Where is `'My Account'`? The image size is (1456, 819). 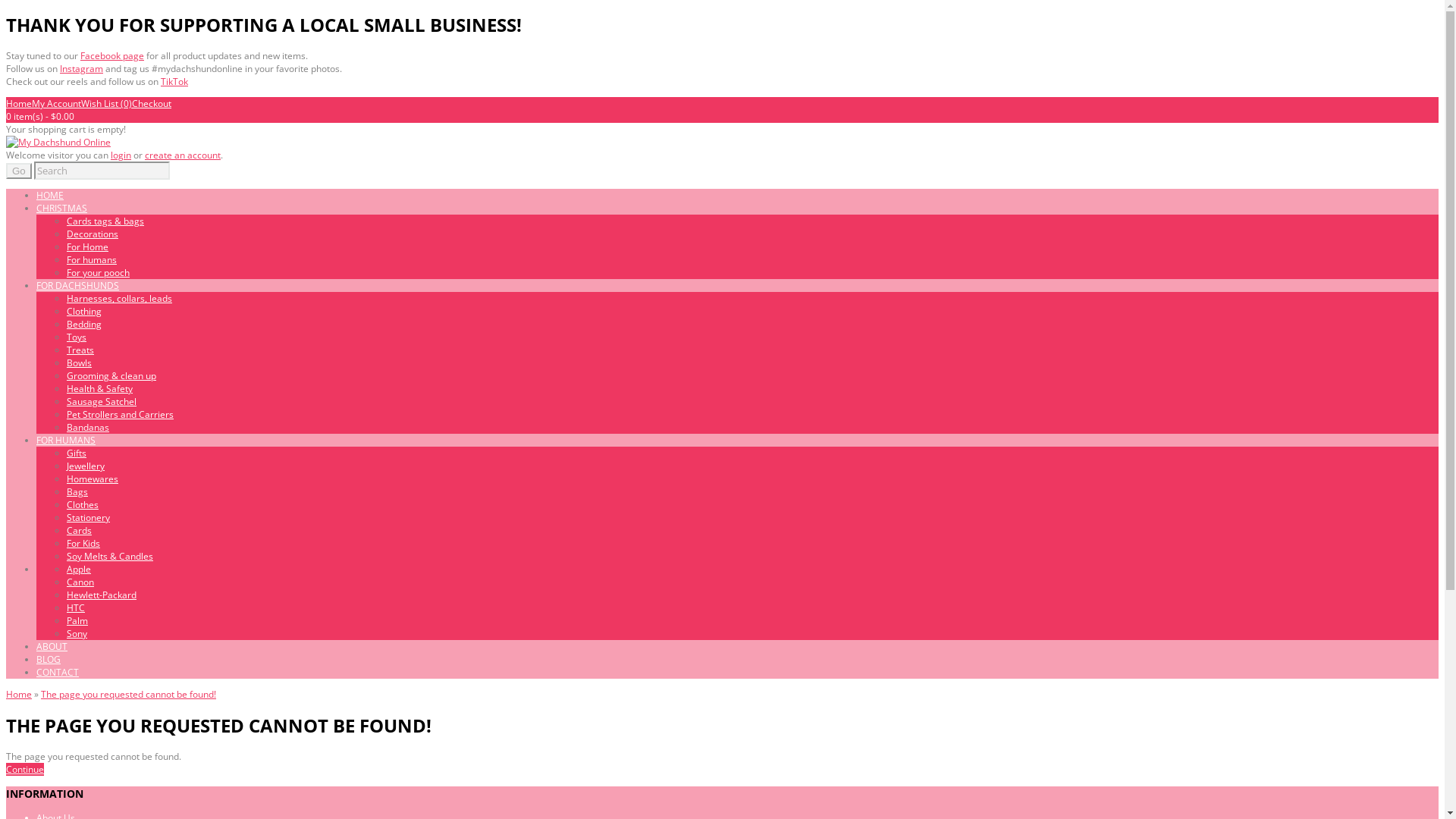 'My Account' is located at coordinates (56, 102).